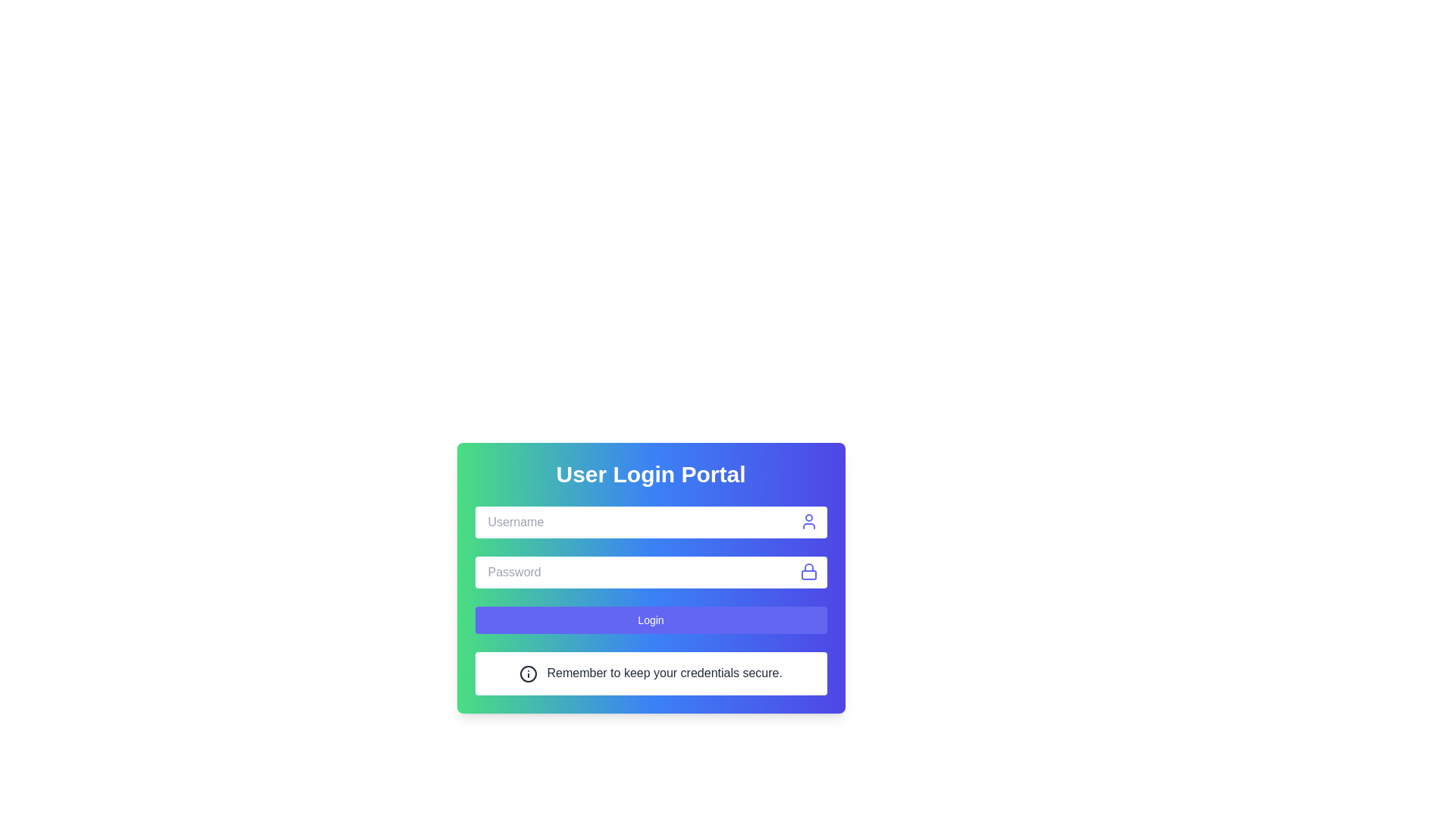 This screenshot has height=819, width=1456. Describe the element at coordinates (651, 573) in the screenshot. I see `the password input field located below the 'Username' input field and above the 'Login' button in the 'User Login Portal'` at that location.